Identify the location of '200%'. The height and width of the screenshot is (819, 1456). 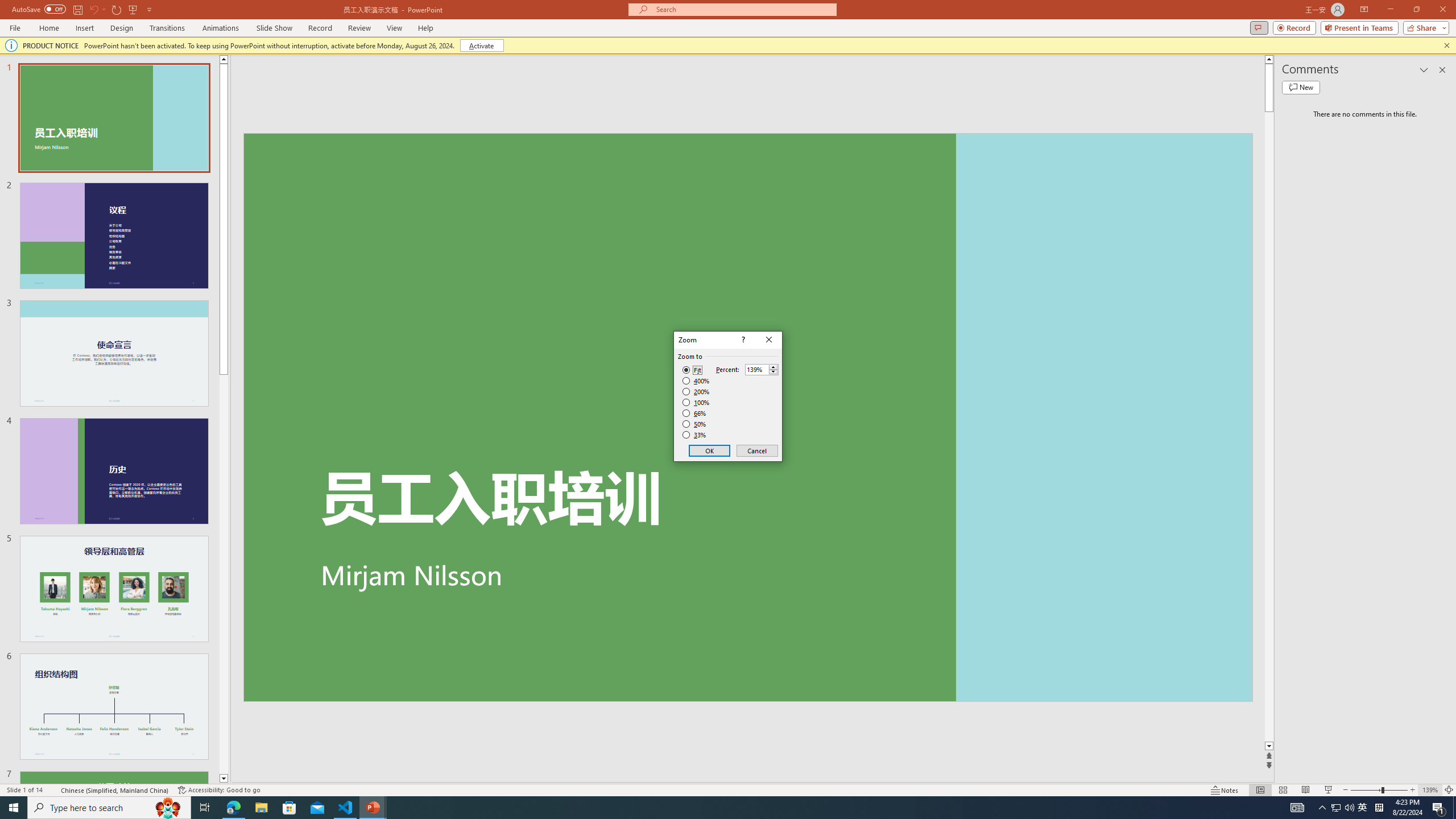
(696, 392).